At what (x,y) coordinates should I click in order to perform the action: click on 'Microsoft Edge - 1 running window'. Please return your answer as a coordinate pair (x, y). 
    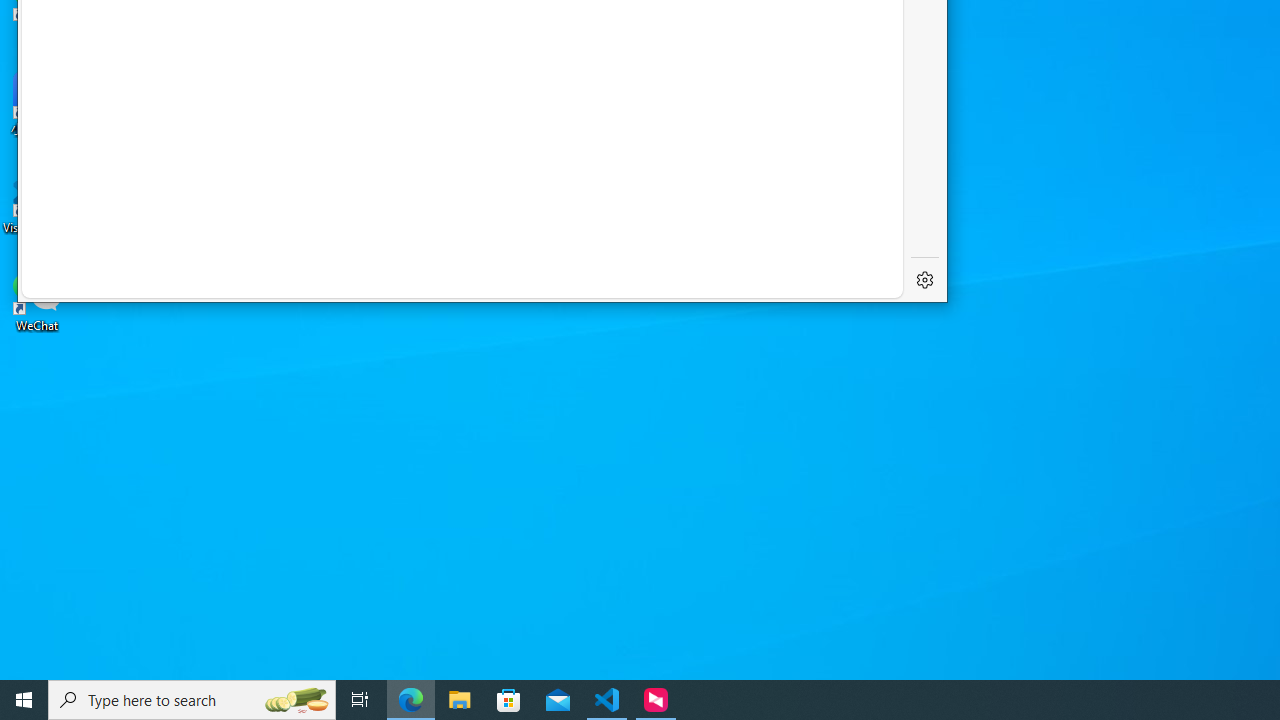
    Looking at the image, I should click on (410, 698).